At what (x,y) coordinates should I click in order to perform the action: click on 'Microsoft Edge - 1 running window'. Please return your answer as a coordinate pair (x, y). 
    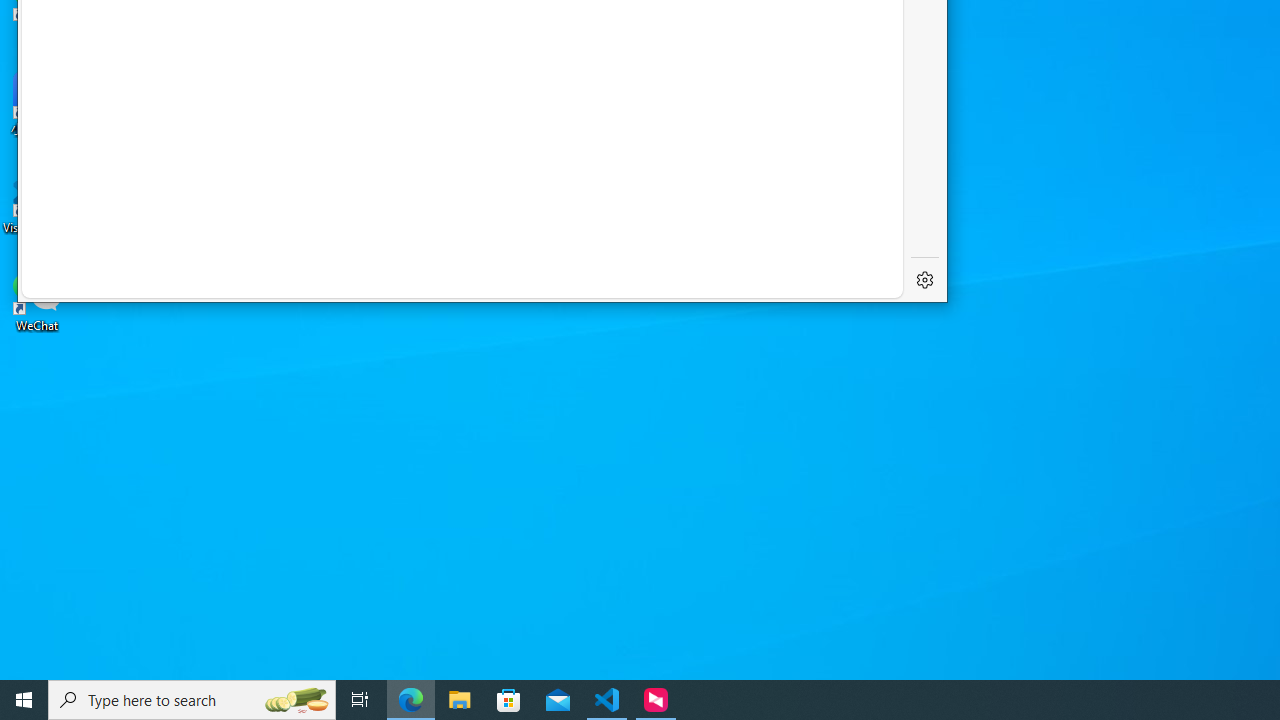
    Looking at the image, I should click on (410, 698).